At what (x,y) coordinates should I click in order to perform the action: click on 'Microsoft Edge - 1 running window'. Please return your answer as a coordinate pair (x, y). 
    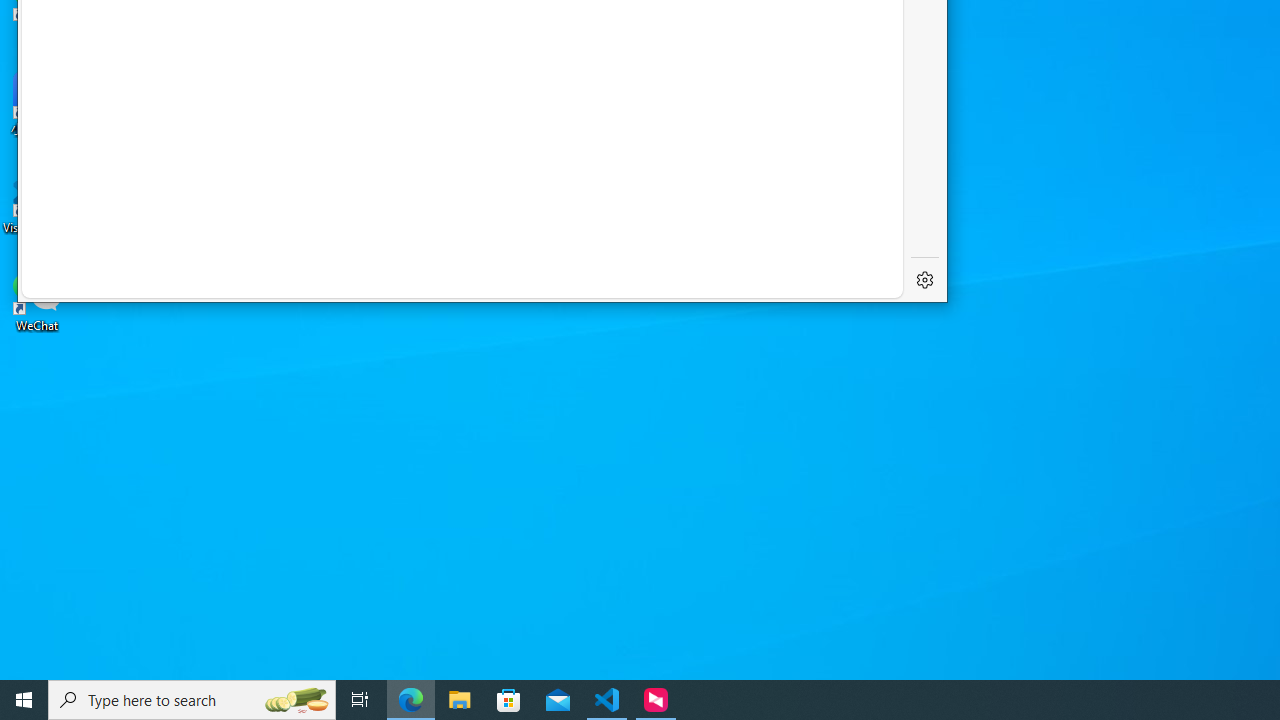
    Looking at the image, I should click on (410, 698).